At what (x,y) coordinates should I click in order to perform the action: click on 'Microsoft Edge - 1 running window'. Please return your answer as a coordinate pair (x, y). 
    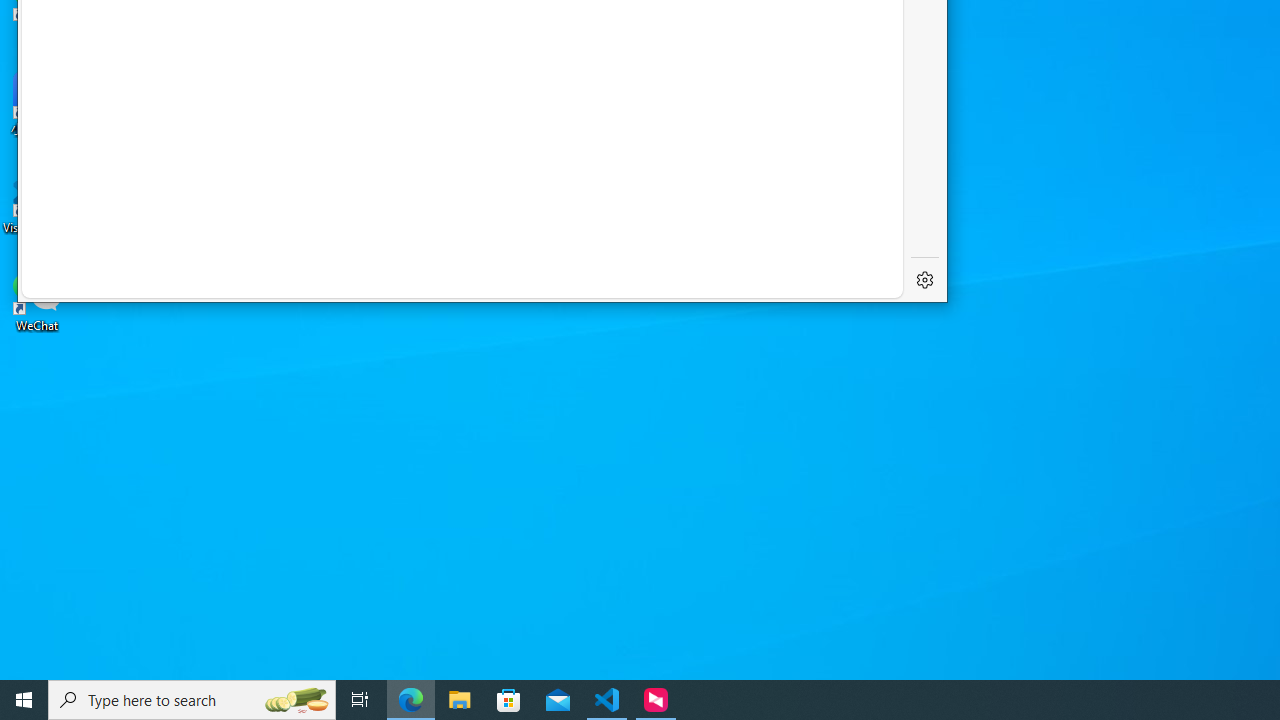
    Looking at the image, I should click on (410, 698).